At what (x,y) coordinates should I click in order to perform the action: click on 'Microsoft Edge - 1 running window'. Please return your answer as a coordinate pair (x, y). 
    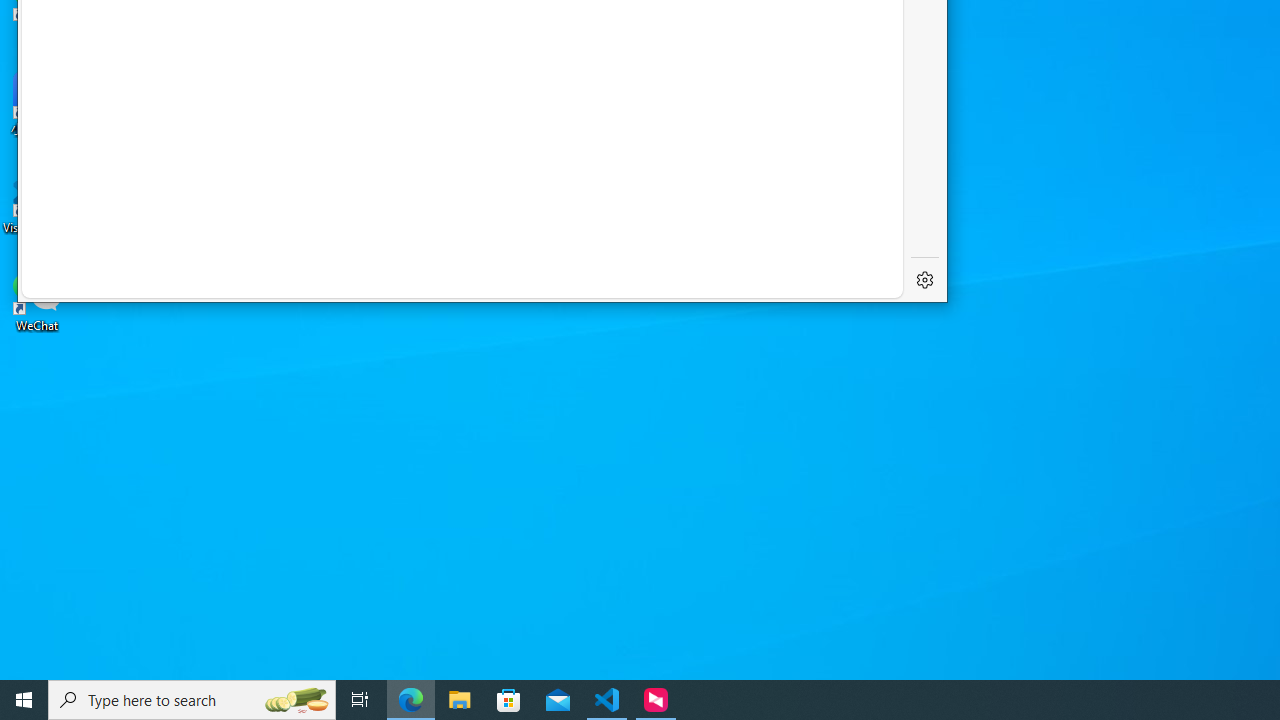
    Looking at the image, I should click on (410, 698).